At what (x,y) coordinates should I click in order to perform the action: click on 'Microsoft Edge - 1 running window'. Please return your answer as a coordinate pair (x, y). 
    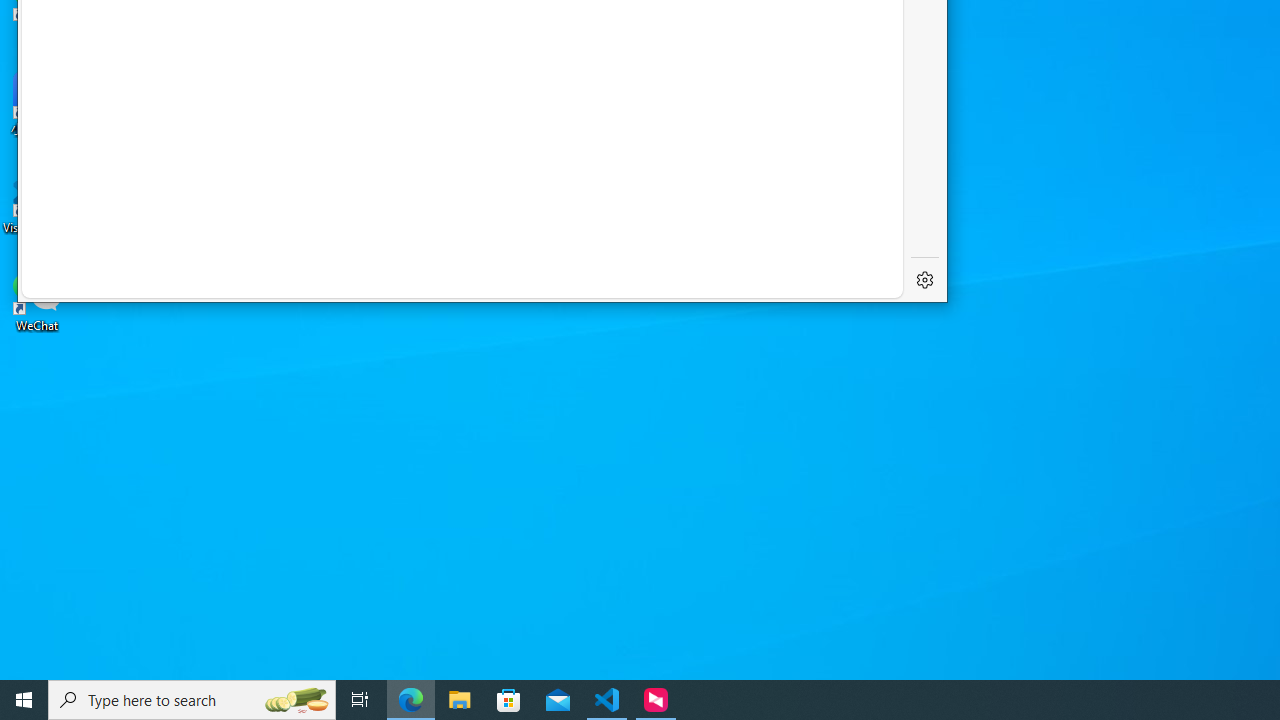
    Looking at the image, I should click on (410, 698).